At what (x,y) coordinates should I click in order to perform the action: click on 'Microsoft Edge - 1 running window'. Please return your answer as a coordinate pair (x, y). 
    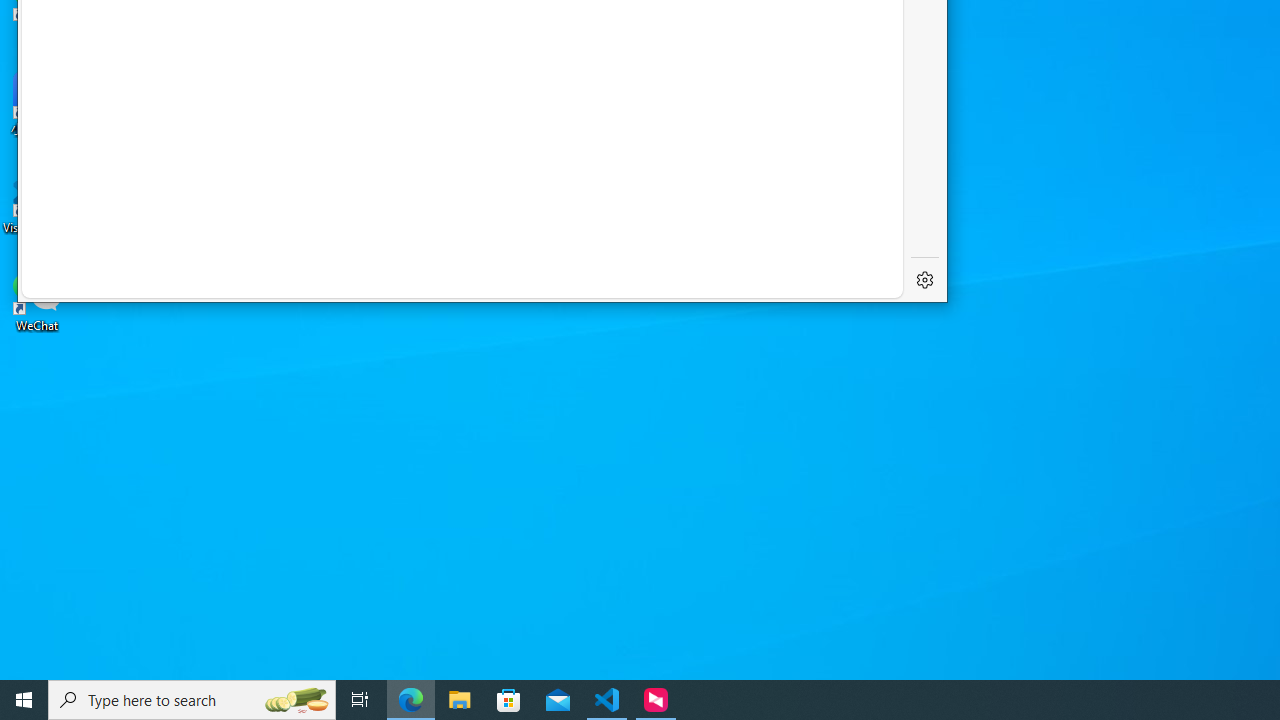
    Looking at the image, I should click on (410, 698).